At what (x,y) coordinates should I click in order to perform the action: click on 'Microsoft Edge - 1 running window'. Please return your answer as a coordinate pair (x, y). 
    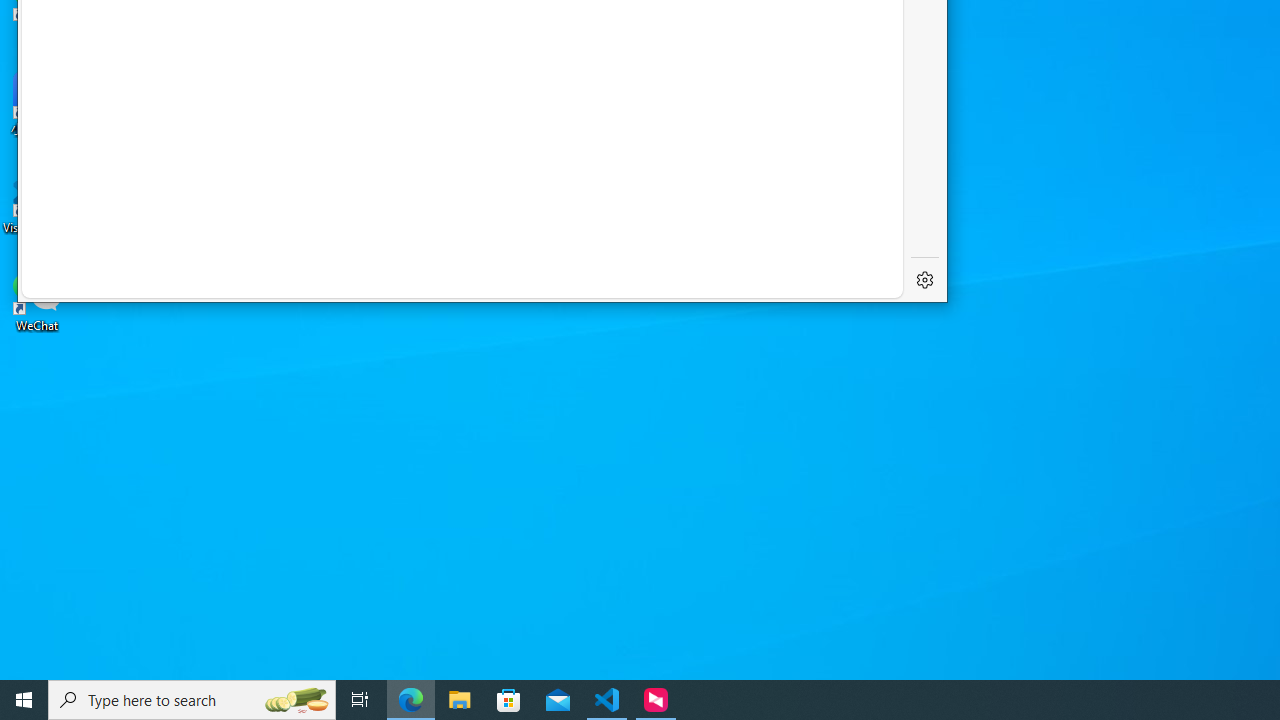
    Looking at the image, I should click on (410, 698).